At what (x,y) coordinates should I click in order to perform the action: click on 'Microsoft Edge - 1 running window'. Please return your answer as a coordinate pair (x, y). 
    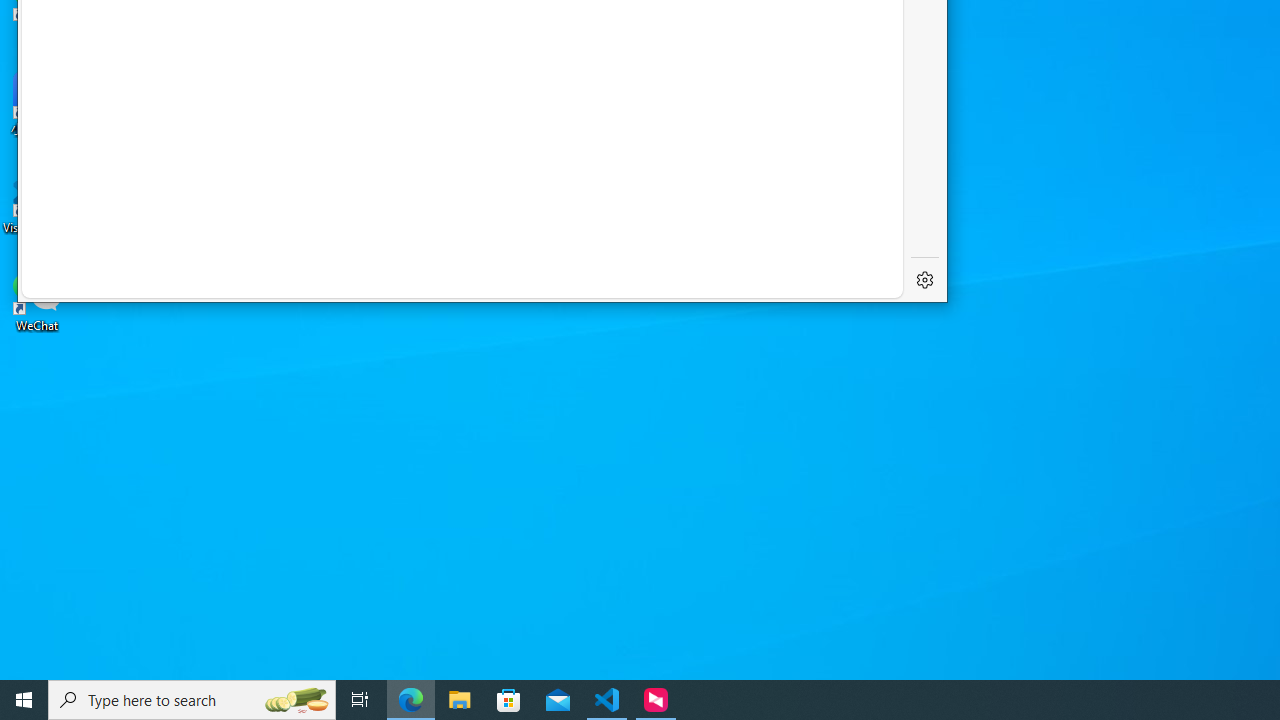
    Looking at the image, I should click on (410, 698).